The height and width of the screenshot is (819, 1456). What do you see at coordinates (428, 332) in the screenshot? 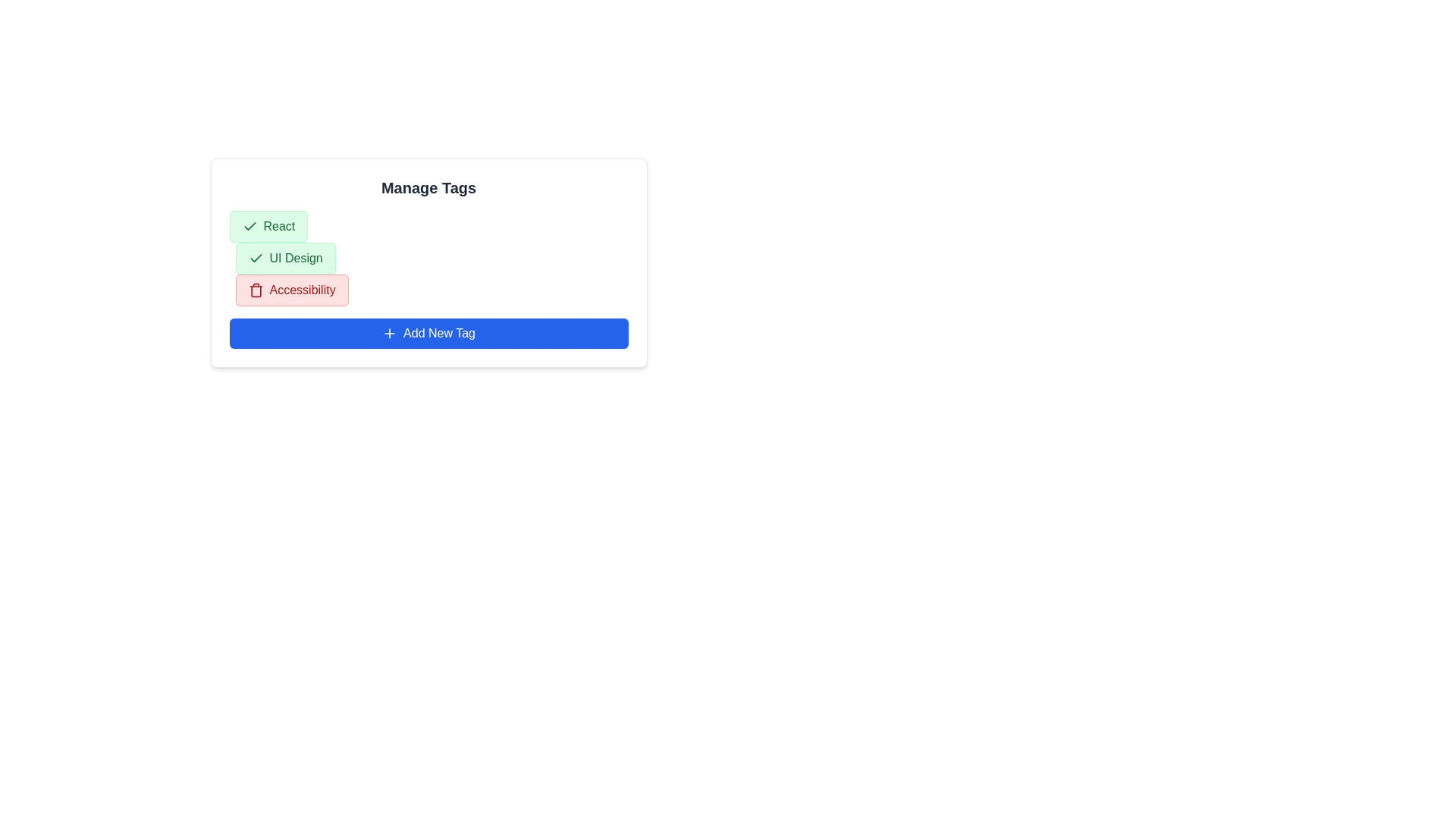
I see `the rectangular button with a blue background and white text reading 'Add New Tag'` at bounding box center [428, 332].